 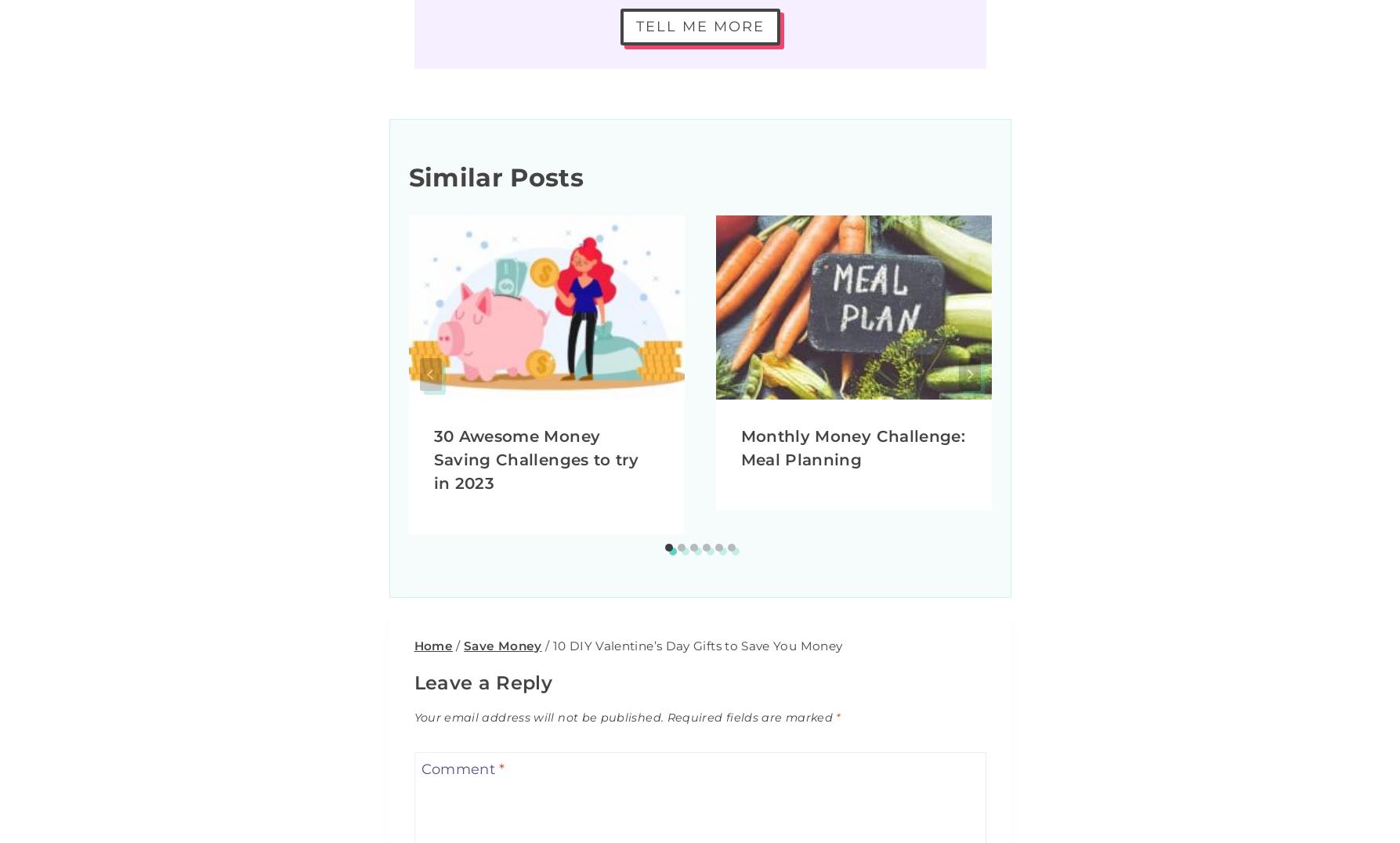 I want to click on 'Leave a Reply', so click(x=482, y=682).